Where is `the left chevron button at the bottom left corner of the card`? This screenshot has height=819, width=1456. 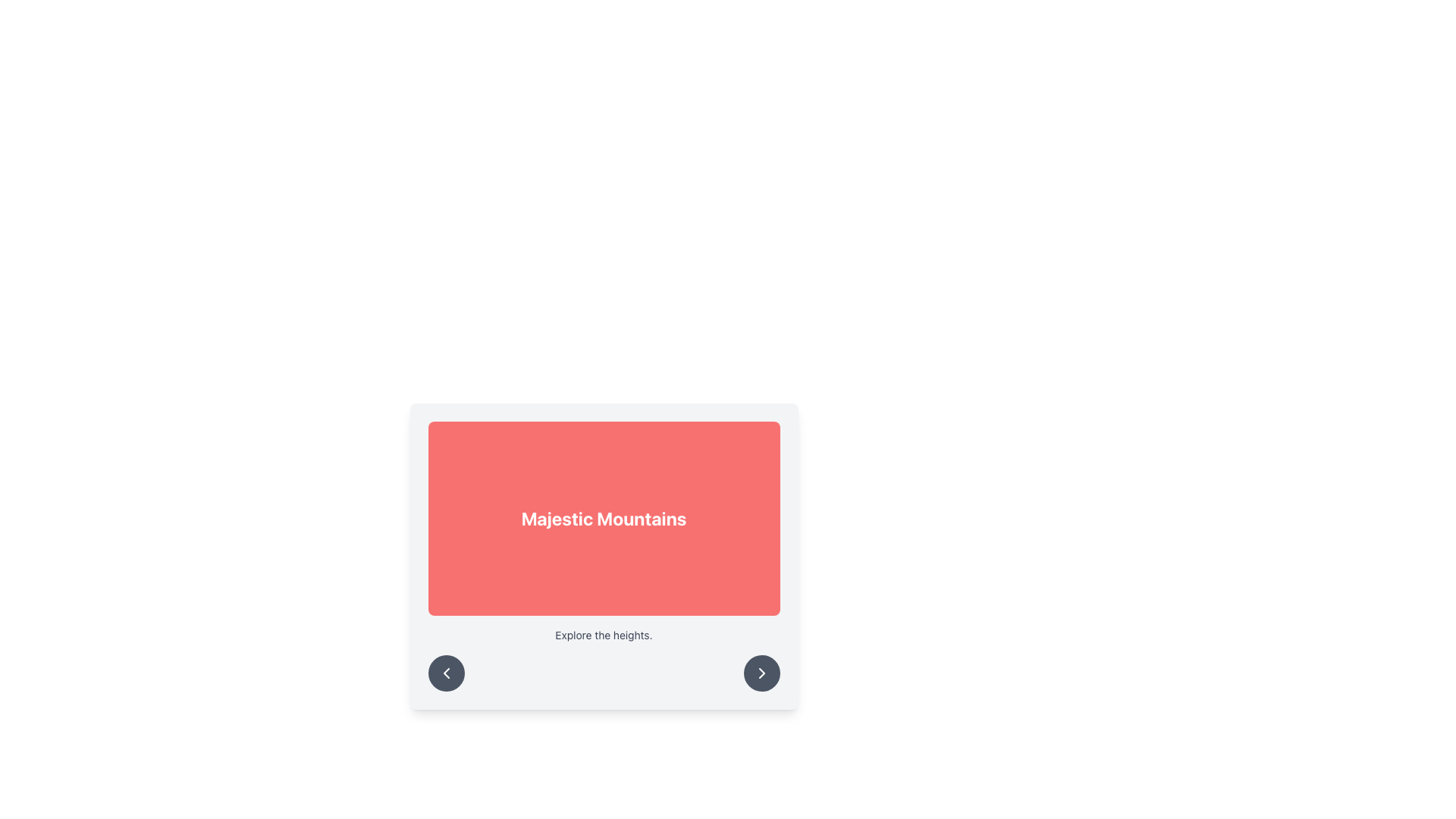 the left chevron button at the bottom left corner of the card is located at coordinates (445, 672).